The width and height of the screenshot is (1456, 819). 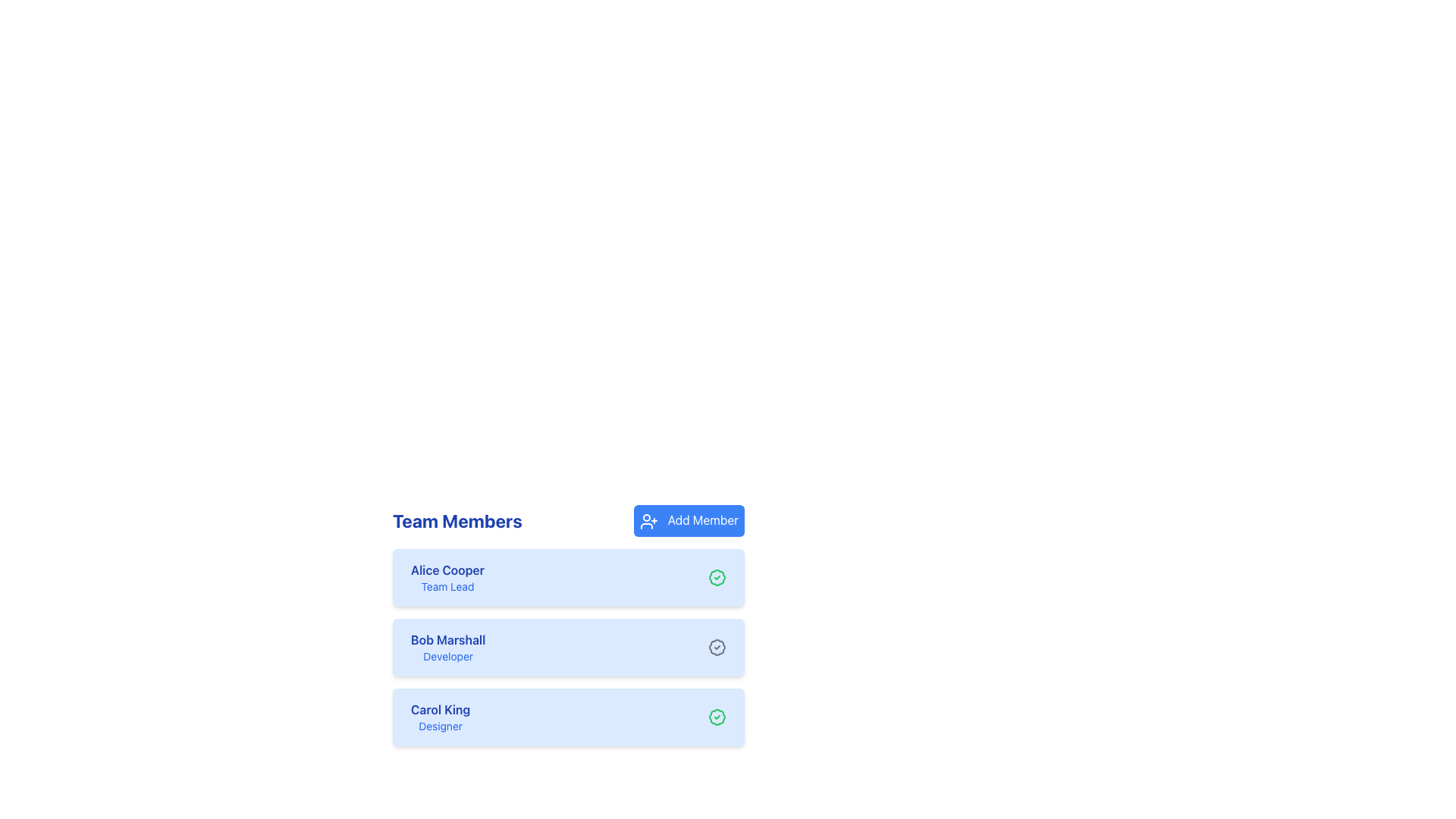 I want to click on the text label displaying 'Carol King' in bold, blue font, located in the 'Team Members' section under the third item, so click(x=440, y=709).